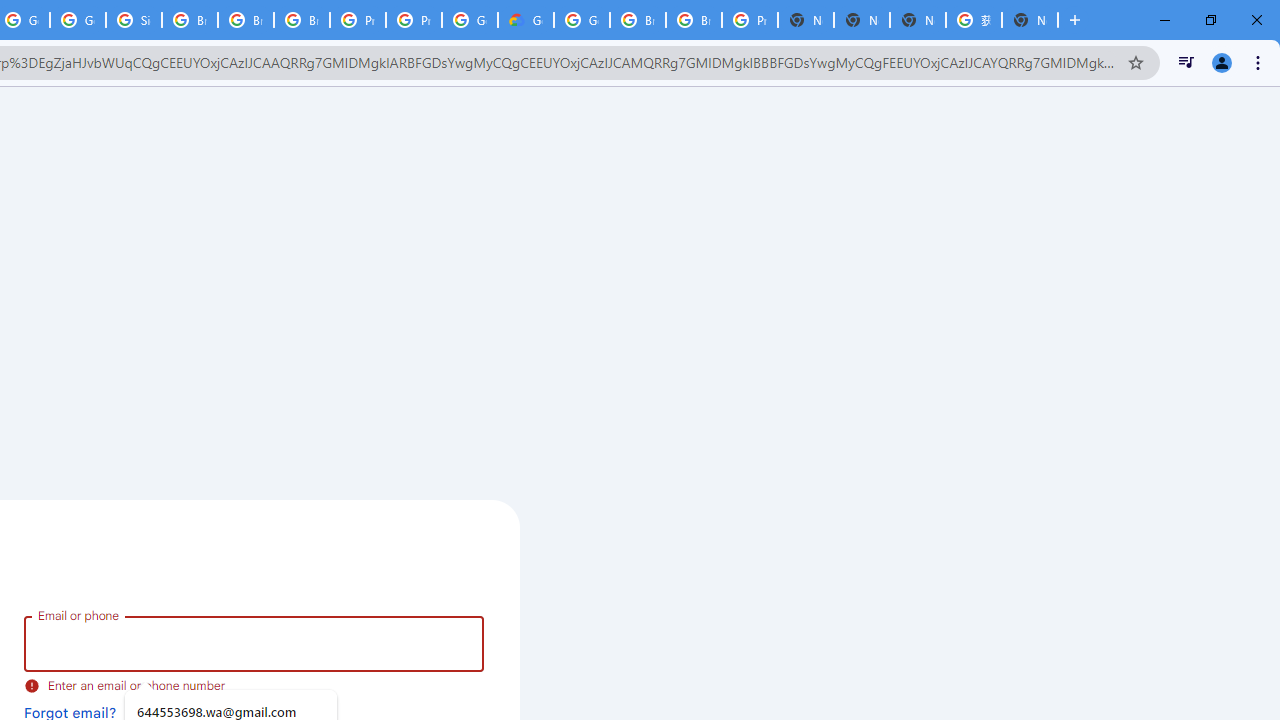  I want to click on 'Sign in - Google Accounts', so click(133, 20).